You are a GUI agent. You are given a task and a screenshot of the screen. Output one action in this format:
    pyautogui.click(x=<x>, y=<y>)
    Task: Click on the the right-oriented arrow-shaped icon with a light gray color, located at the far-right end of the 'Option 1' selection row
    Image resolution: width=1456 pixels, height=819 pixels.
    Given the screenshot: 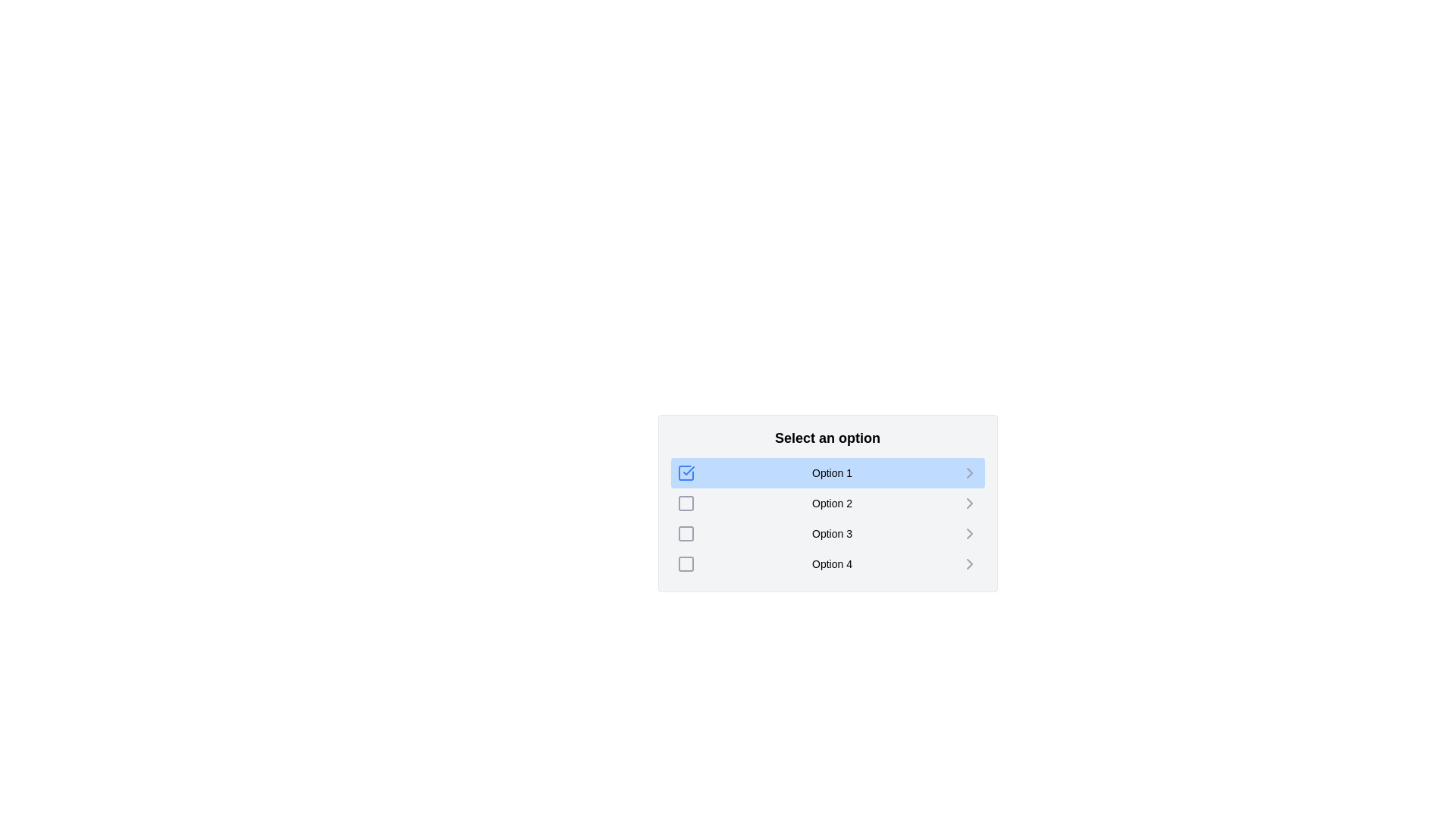 What is the action you would take?
    pyautogui.click(x=968, y=472)
    